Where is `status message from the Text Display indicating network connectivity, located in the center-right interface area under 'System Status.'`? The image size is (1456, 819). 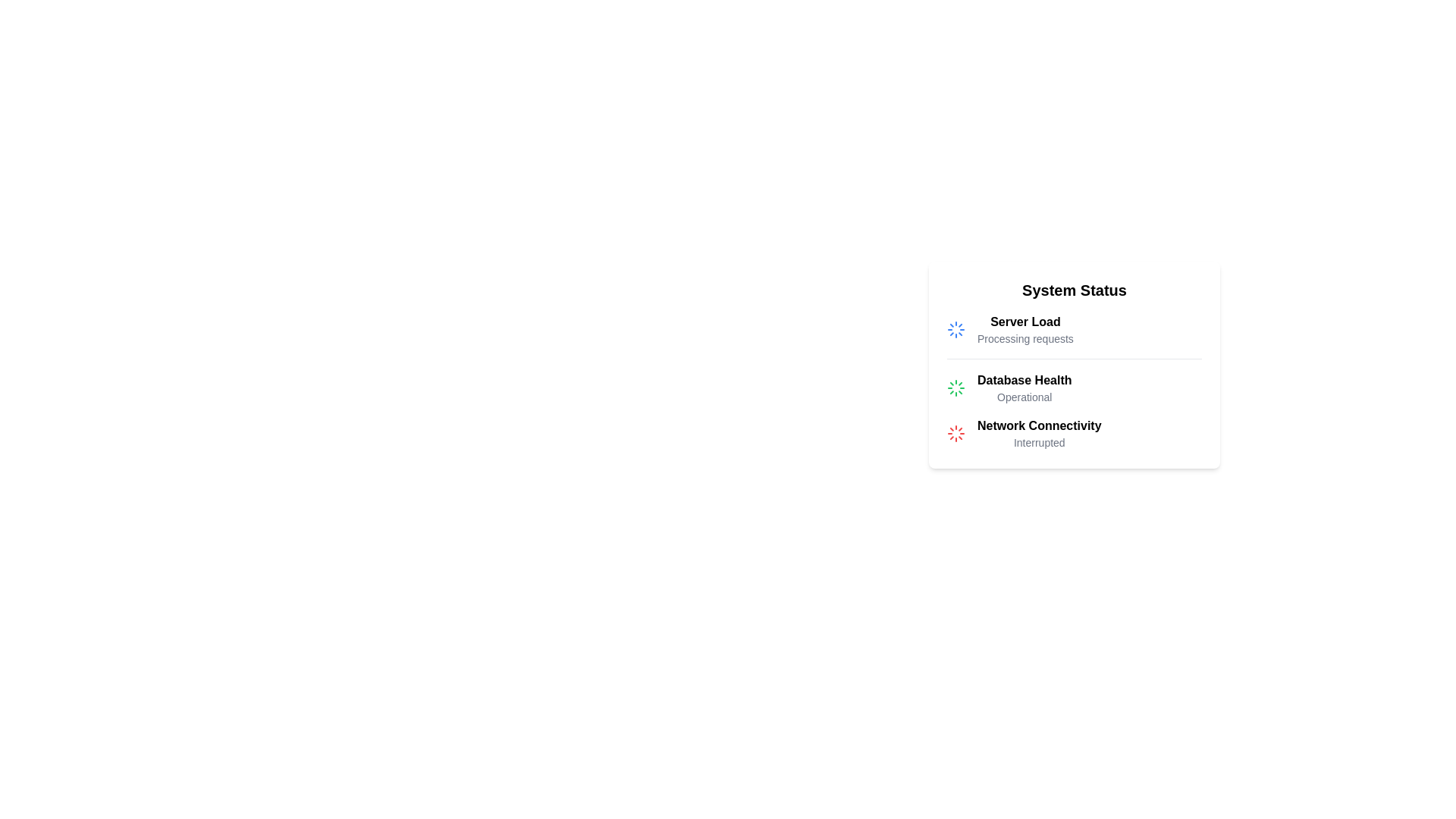
status message from the Text Display indicating network connectivity, located in the center-right interface area under 'System Status.' is located at coordinates (1038, 433).